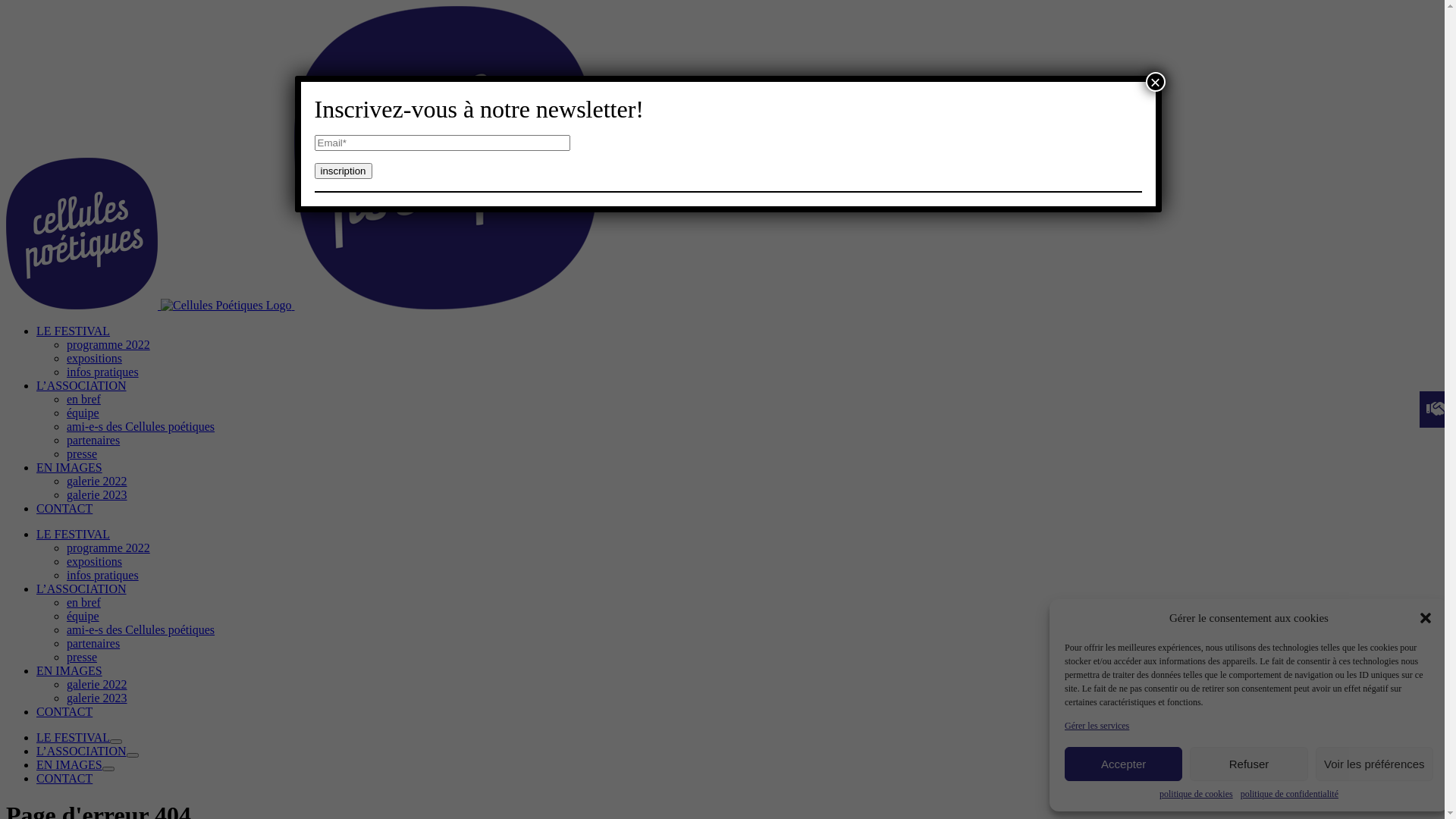 The image size is (1456, 819). What do you see at coordinates (1248, 764) in the screenshot?
I see `'Refuser'` at bounding box center [1248, 764].